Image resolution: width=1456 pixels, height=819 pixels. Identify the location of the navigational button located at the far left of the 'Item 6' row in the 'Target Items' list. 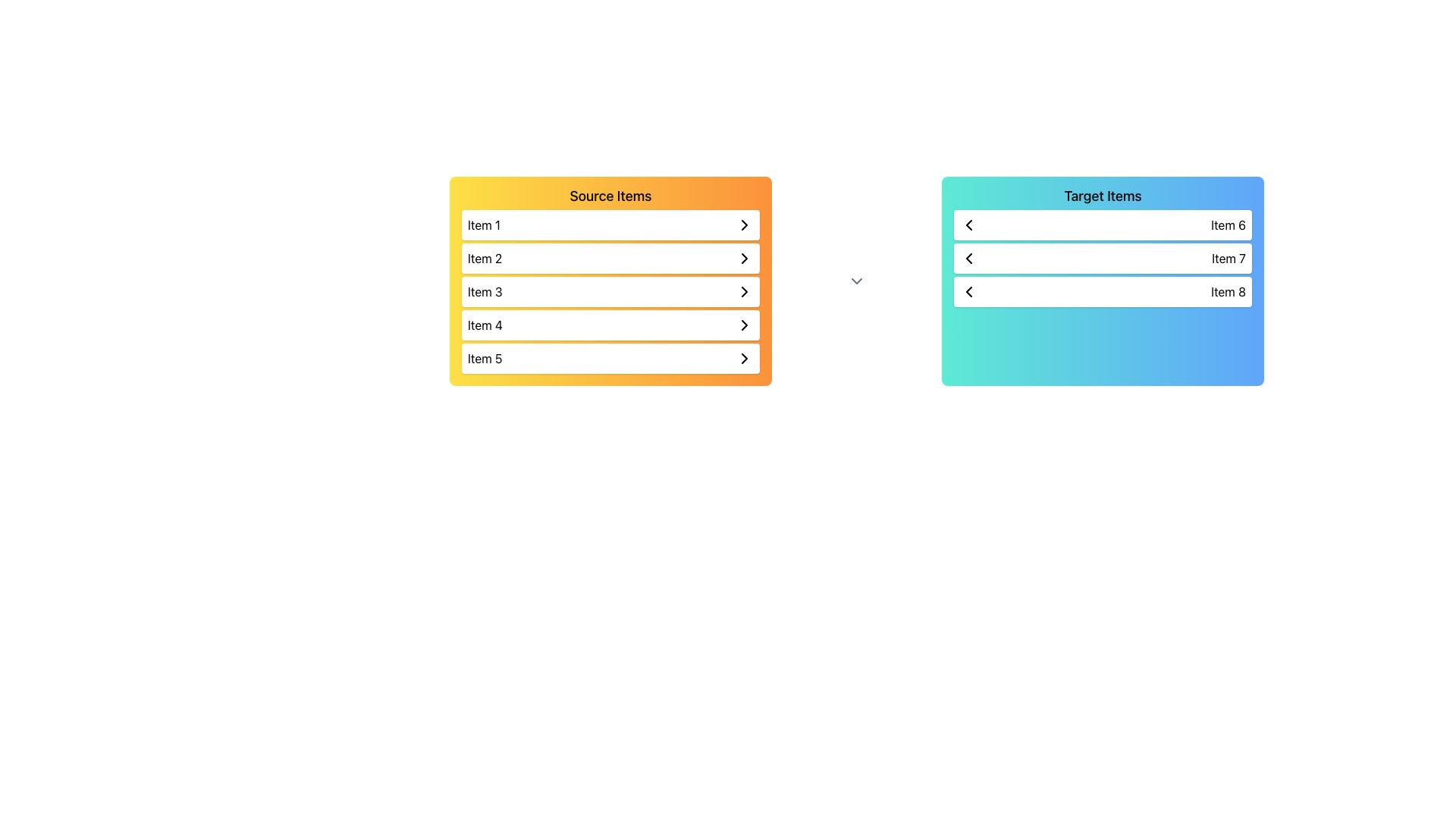
(968, 225).